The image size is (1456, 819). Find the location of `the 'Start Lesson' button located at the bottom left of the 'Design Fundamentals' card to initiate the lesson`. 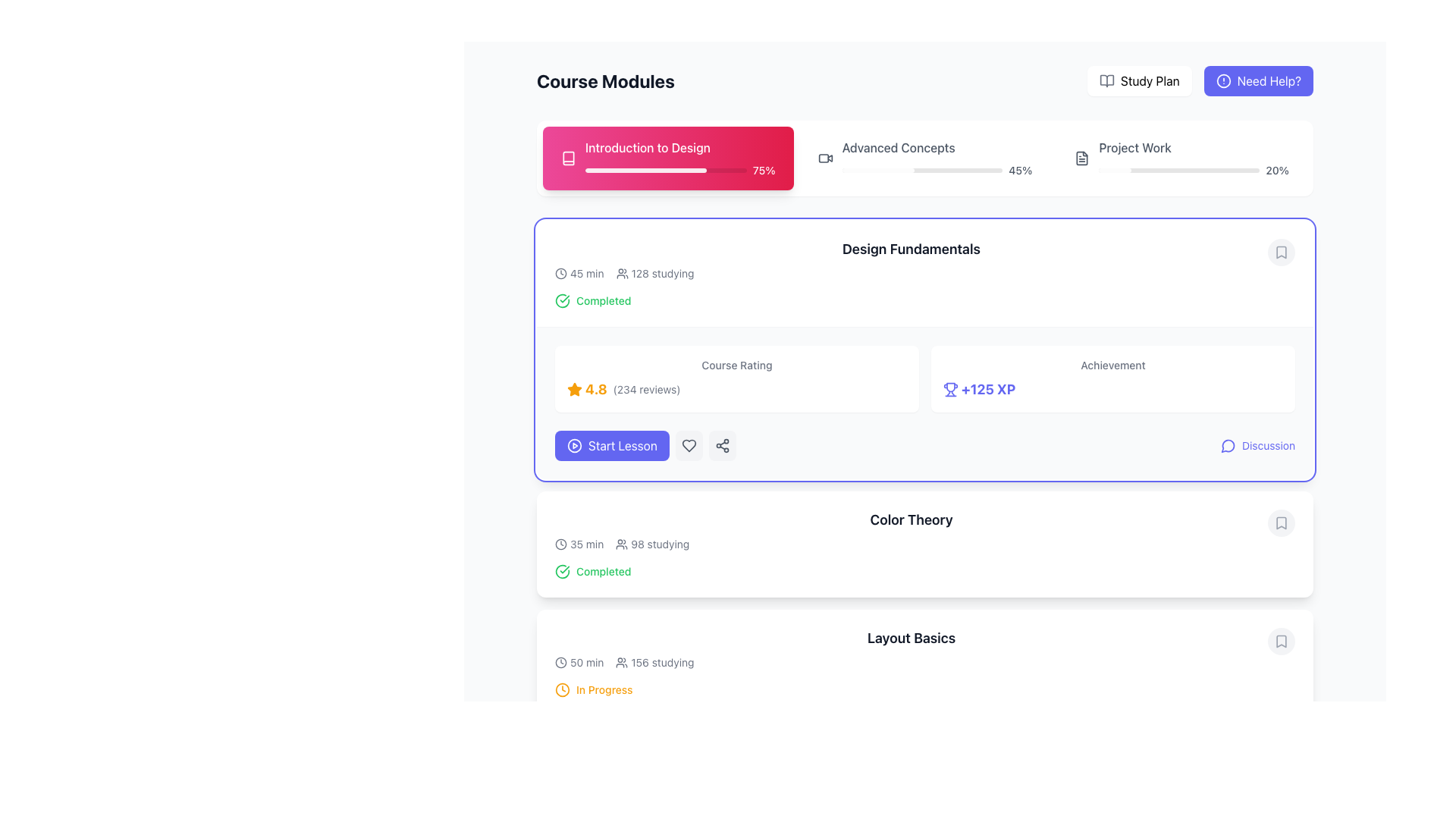

the 'Start Lesson' button located at the bottom left of the 'Design Fundamentals' card to initiate the lesson is located at coordinates (623, 444).